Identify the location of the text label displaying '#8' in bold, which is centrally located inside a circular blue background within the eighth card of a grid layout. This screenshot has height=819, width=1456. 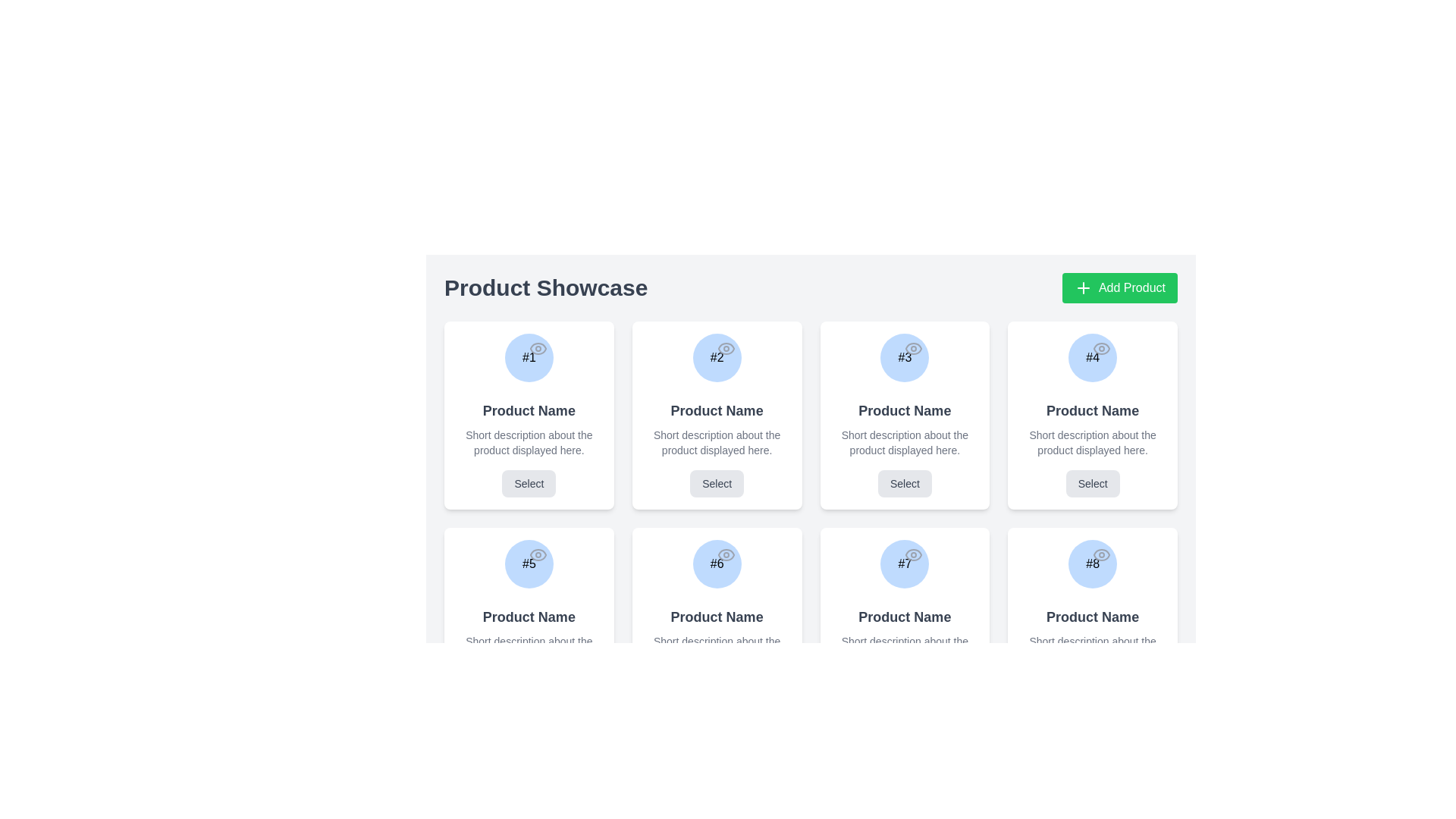
(1093, 564).